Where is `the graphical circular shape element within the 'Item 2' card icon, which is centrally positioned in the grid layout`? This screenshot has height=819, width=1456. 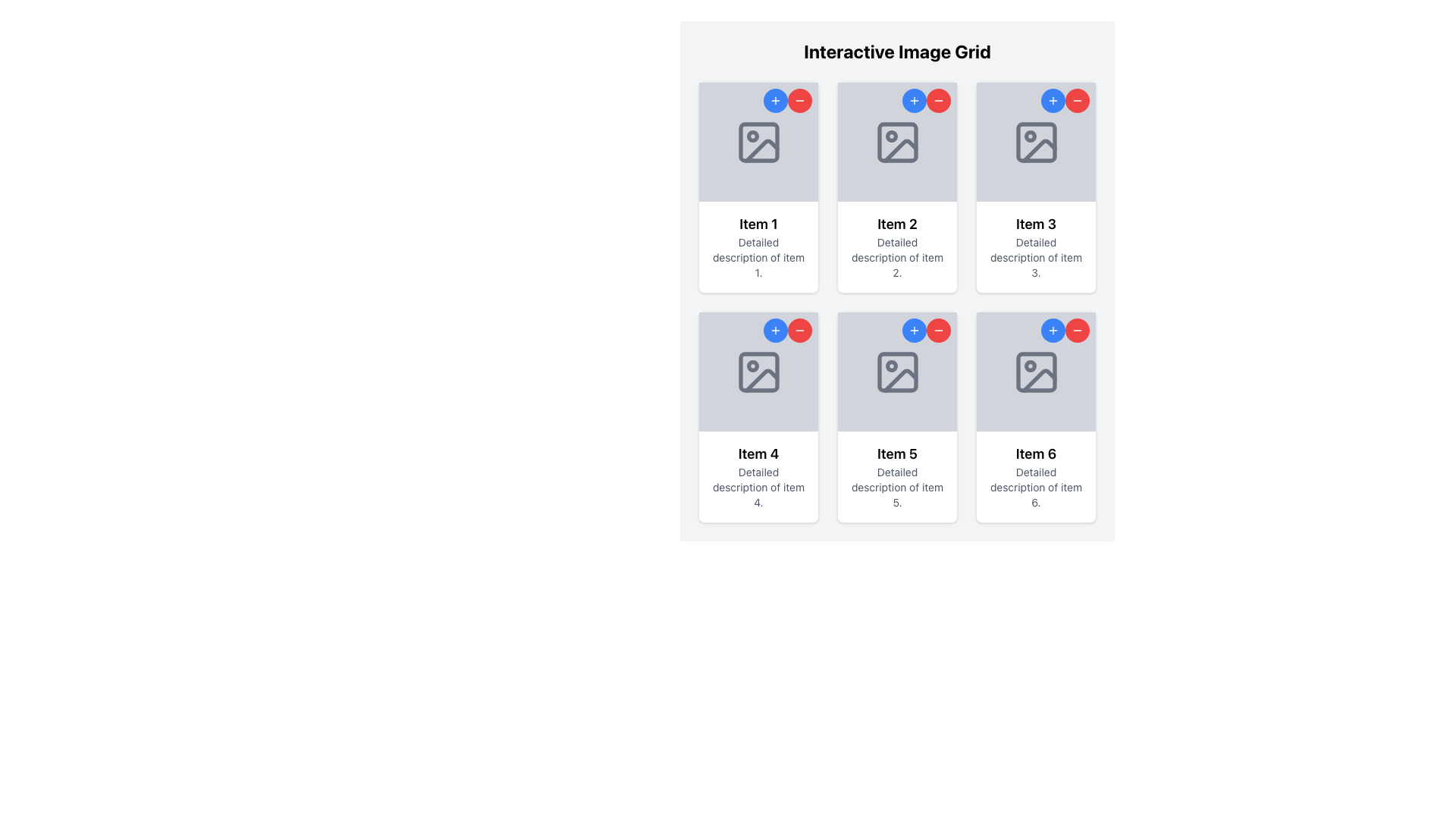
the graphical circular shape element within the 'Item 2' card icon, which is centrally positioned in the grid layout is located at coordinates (891, 135).